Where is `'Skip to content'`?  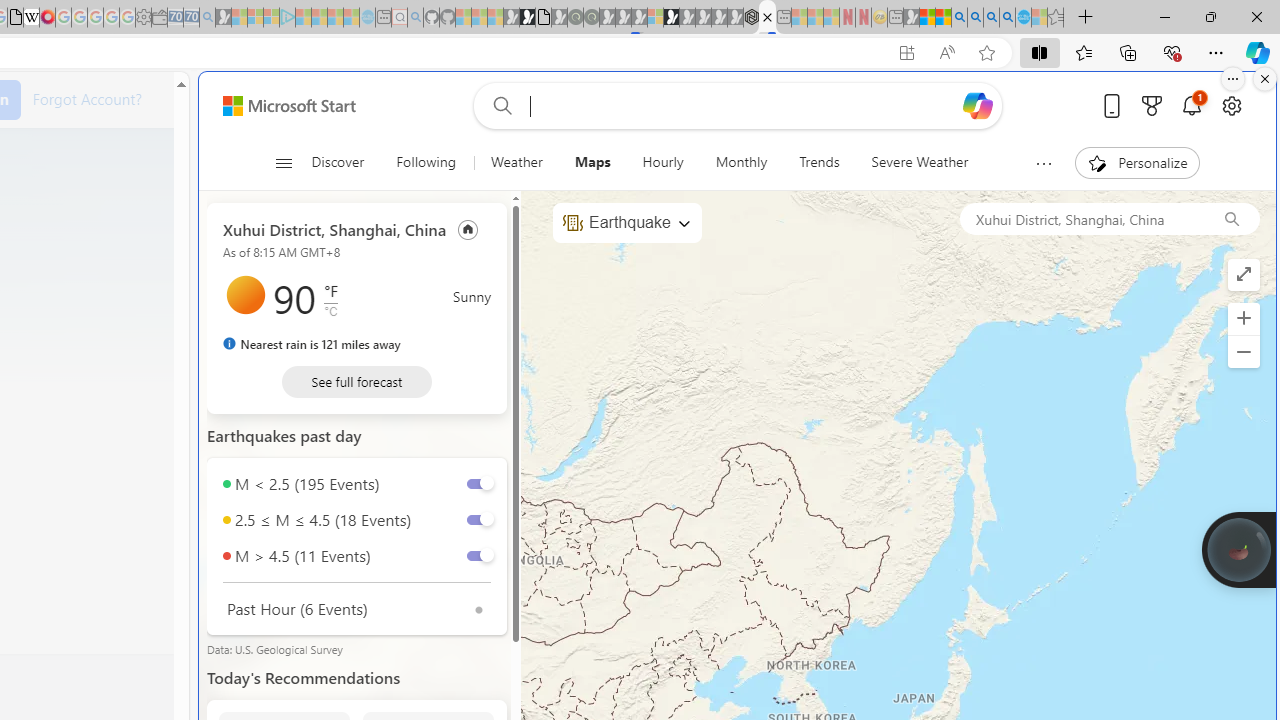 'Skip to content' is located at coordinates (281, 105).